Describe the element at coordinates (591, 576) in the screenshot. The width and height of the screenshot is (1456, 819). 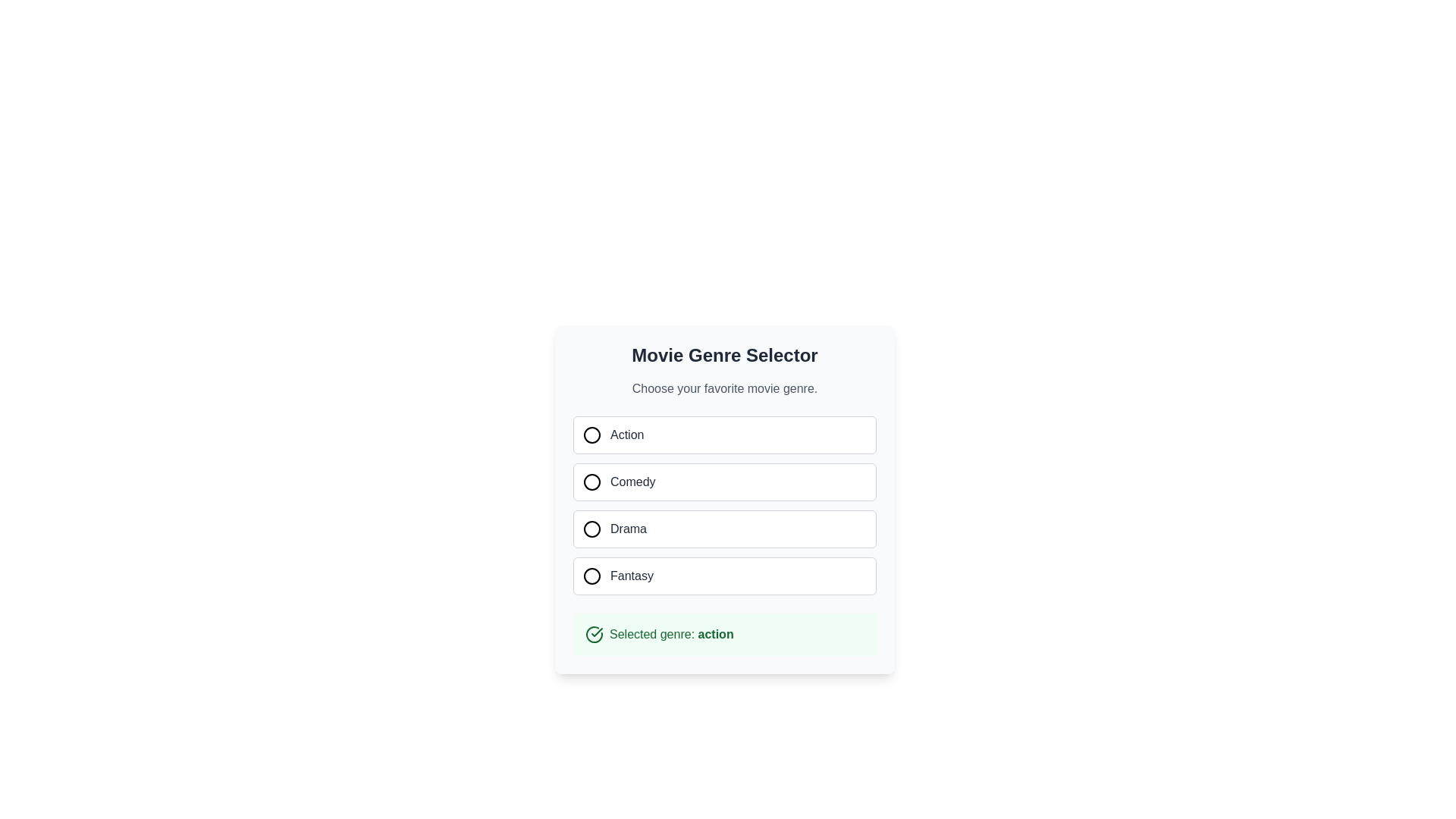
I see `the 'Fantasy' radio button, which is the last option in a vertical list of radio buttons` at that location.